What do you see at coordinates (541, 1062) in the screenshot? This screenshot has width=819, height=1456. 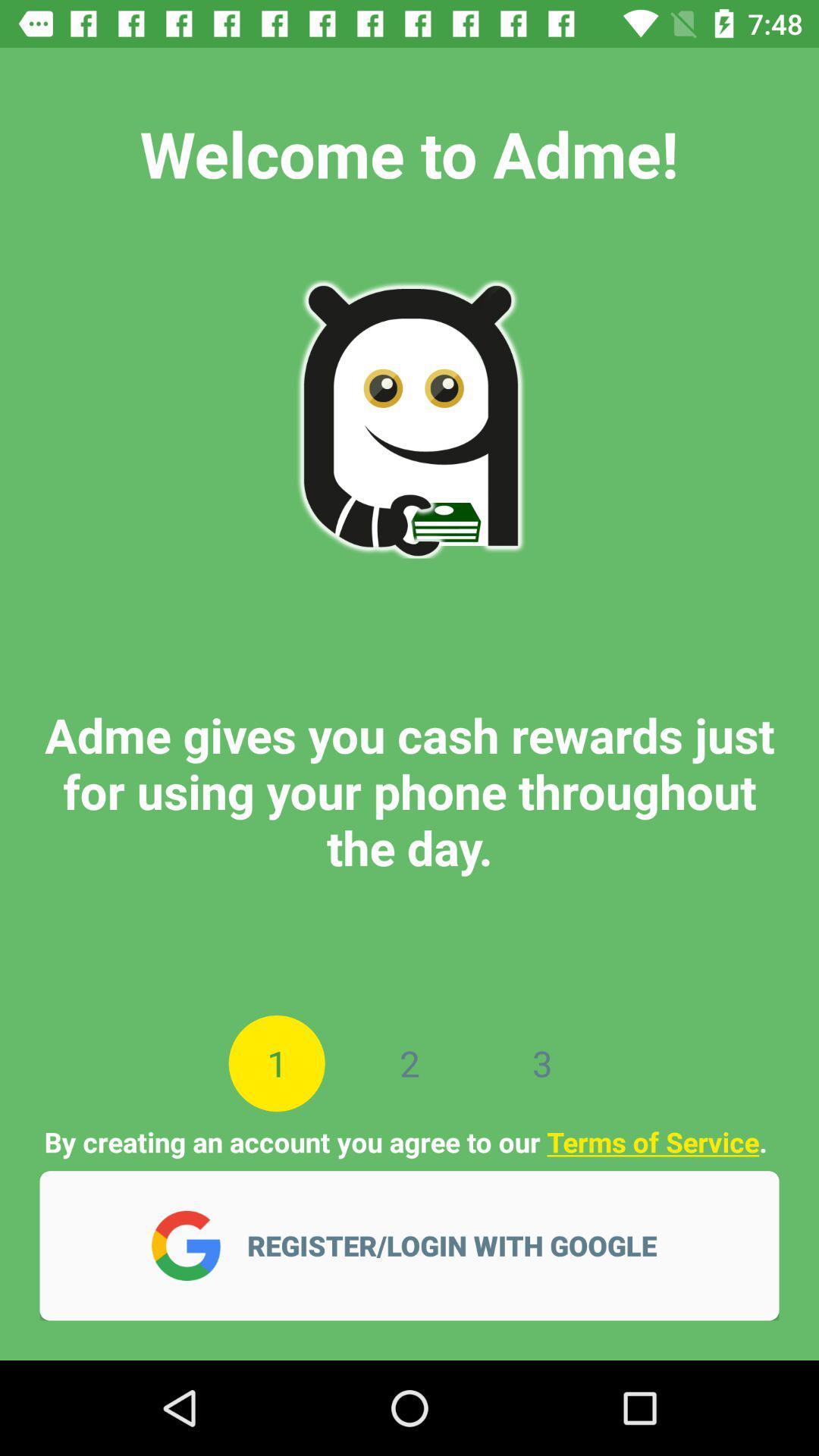 I see `icon next to 2 icon` at bounding box center [541, 1062].